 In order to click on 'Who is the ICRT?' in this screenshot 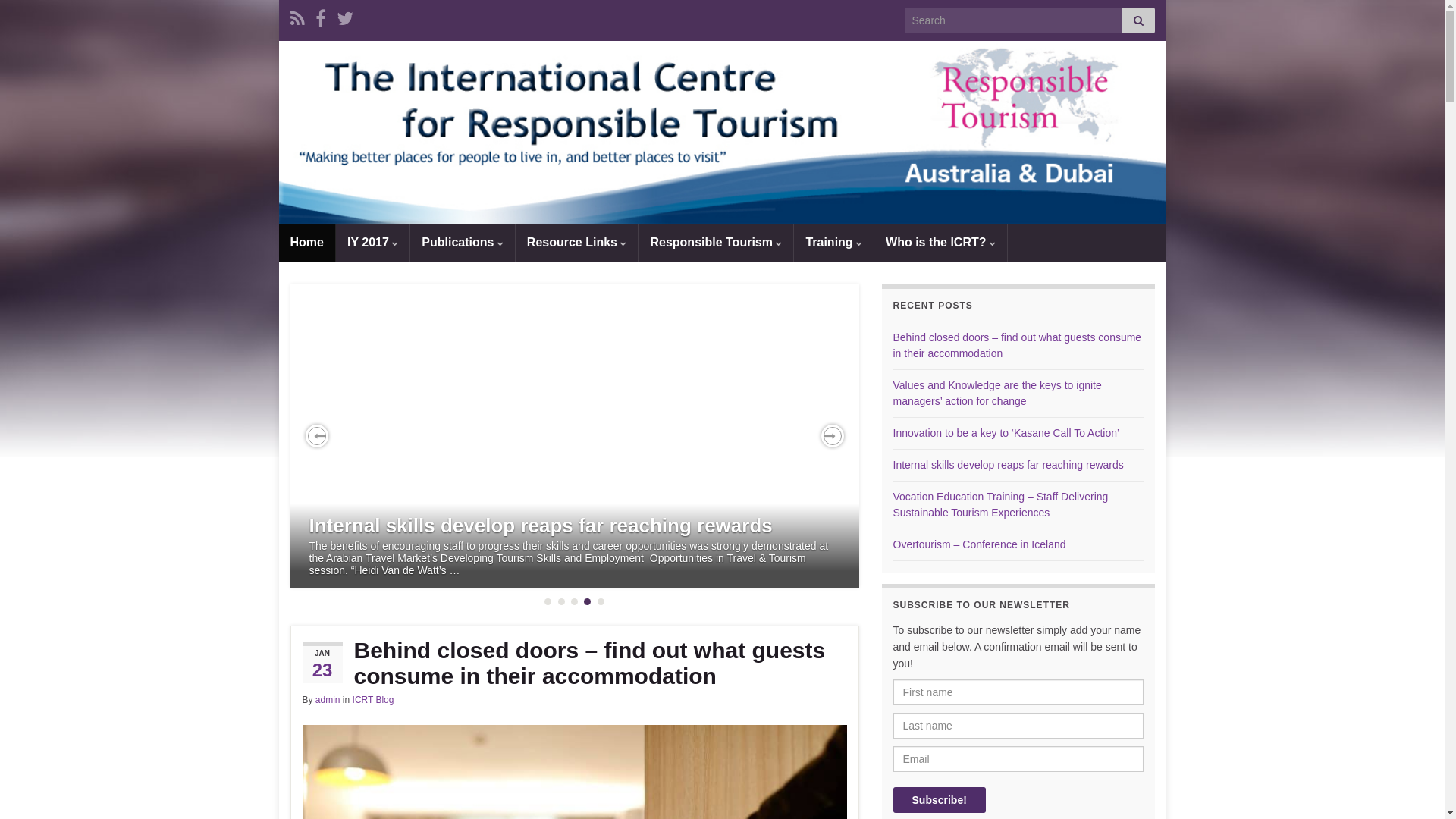, I will do `click(874, 242)`.